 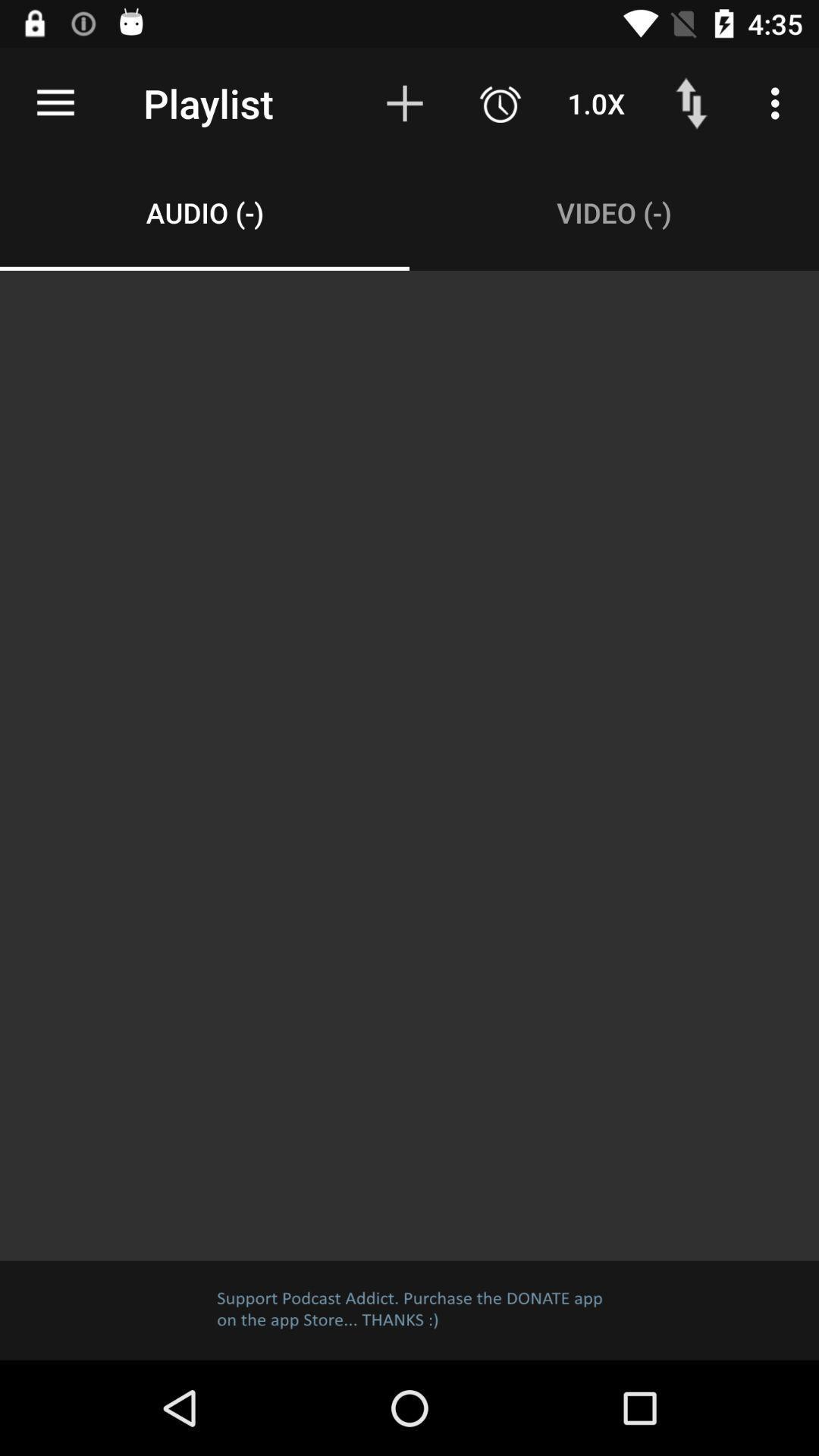 What do you see at coordinates (500, 102) in the screenshot?
I see `icon above video (-) icon` at bounding box center [500, 102].